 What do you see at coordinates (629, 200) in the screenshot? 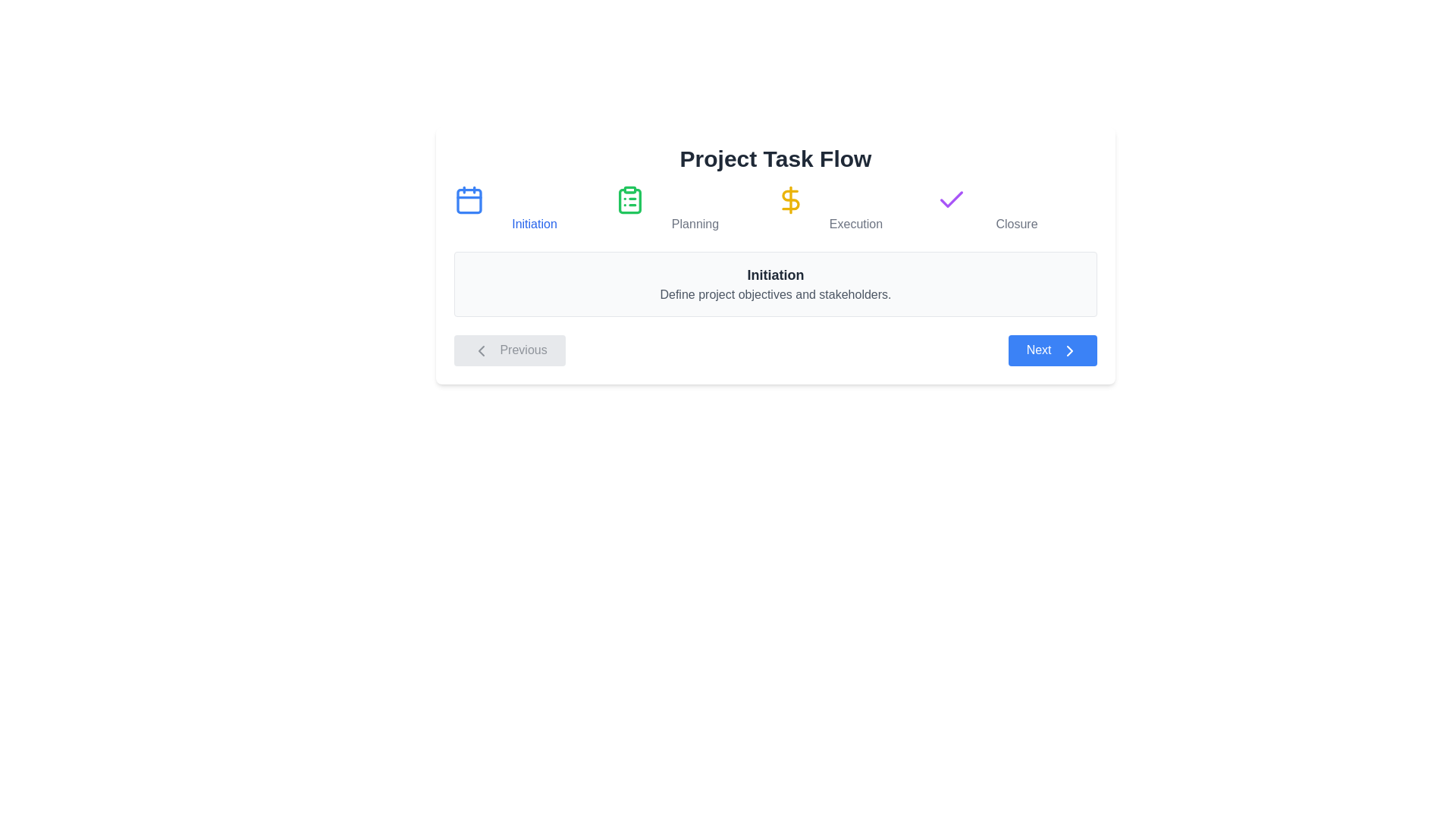
I see `the green clipboard icon that resembles a checklist, which is the second icon in a horizontal row at the top-center of the interface` at bounding box center [629, 200].